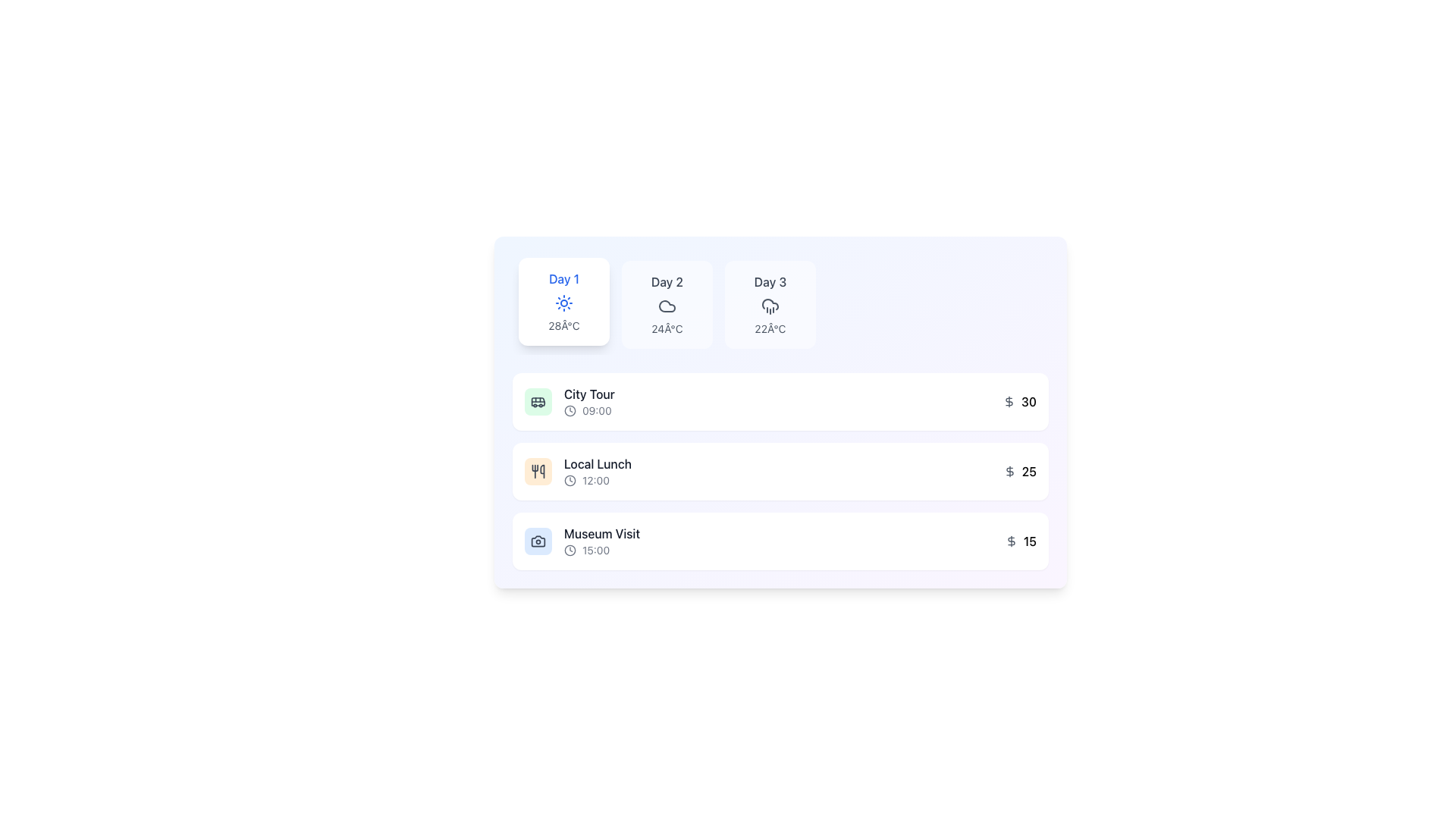 This screenshot has height=819, width=1456. I want to click on the cloud icon in a minimalist line art style located in the center of the 'Day 2' card, positioned below the 'Day 2' text and above the temperature reading '24°C', so click(667, 306).